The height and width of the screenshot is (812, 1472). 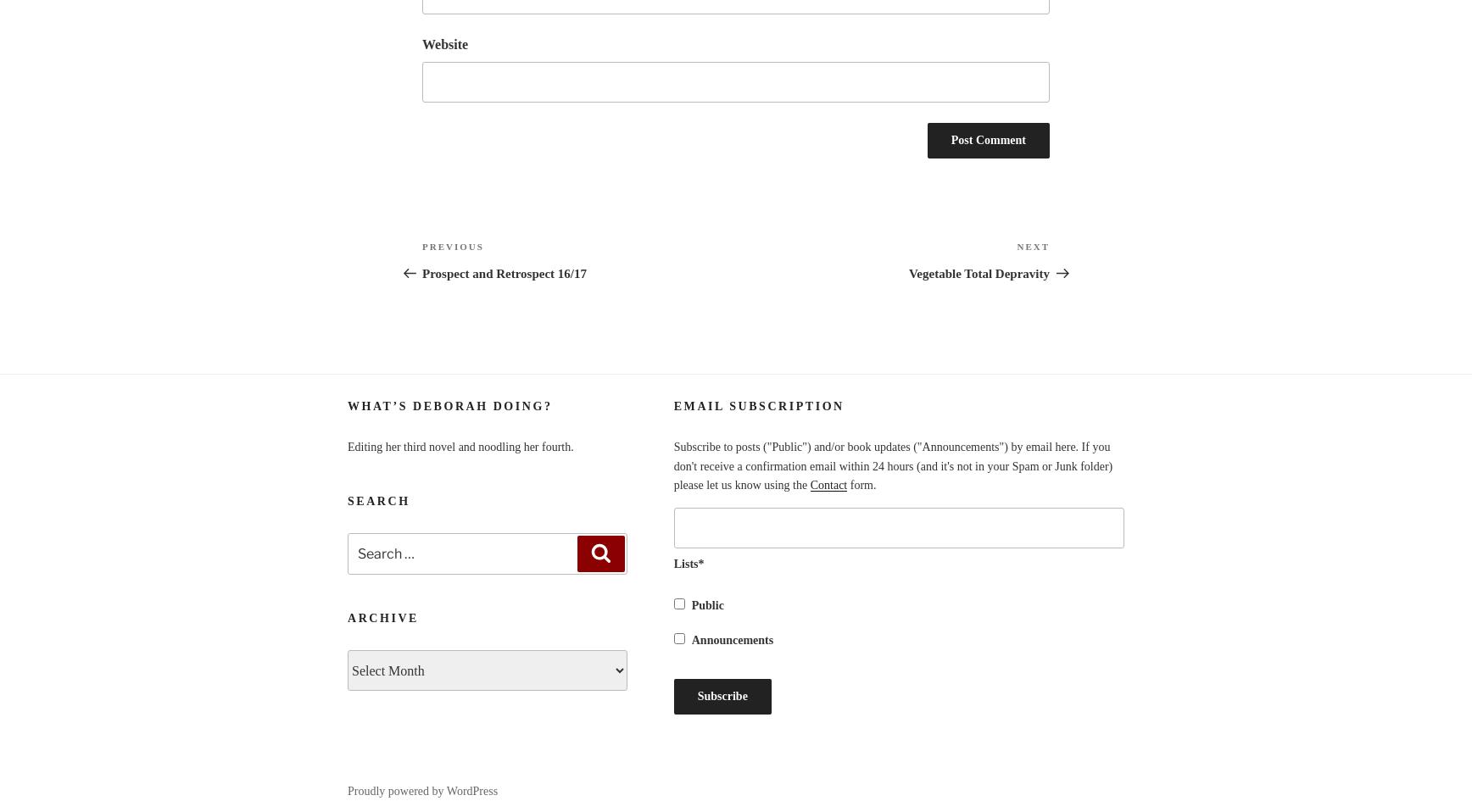 I want to click on 'Search', so click(x=378, y=500).